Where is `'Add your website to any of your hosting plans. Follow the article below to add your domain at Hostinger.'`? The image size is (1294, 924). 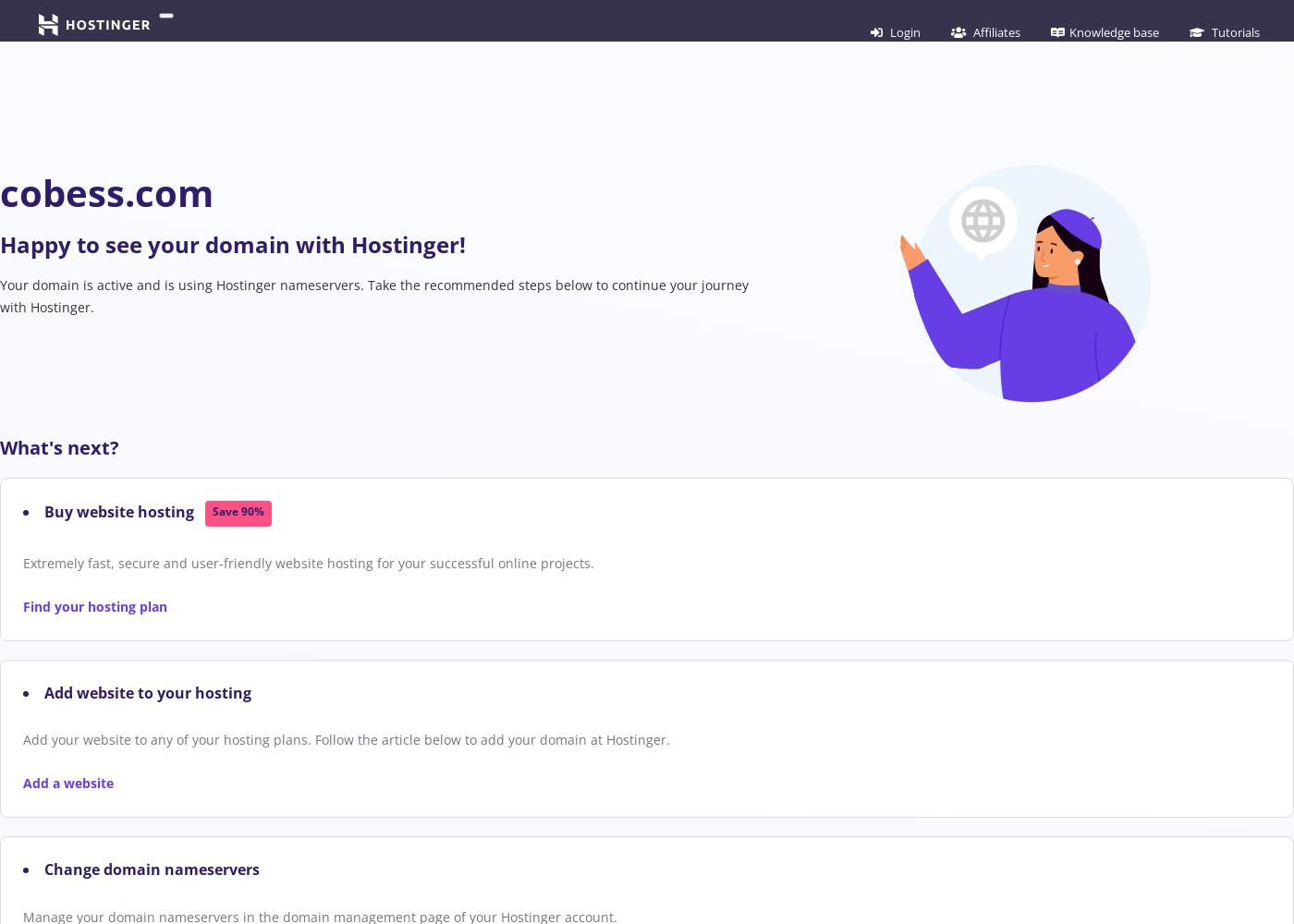 'Add your website to any of your hosting plans. Follow the article below to add your domain at Hostinger.' is located at coordinates (347, 739).